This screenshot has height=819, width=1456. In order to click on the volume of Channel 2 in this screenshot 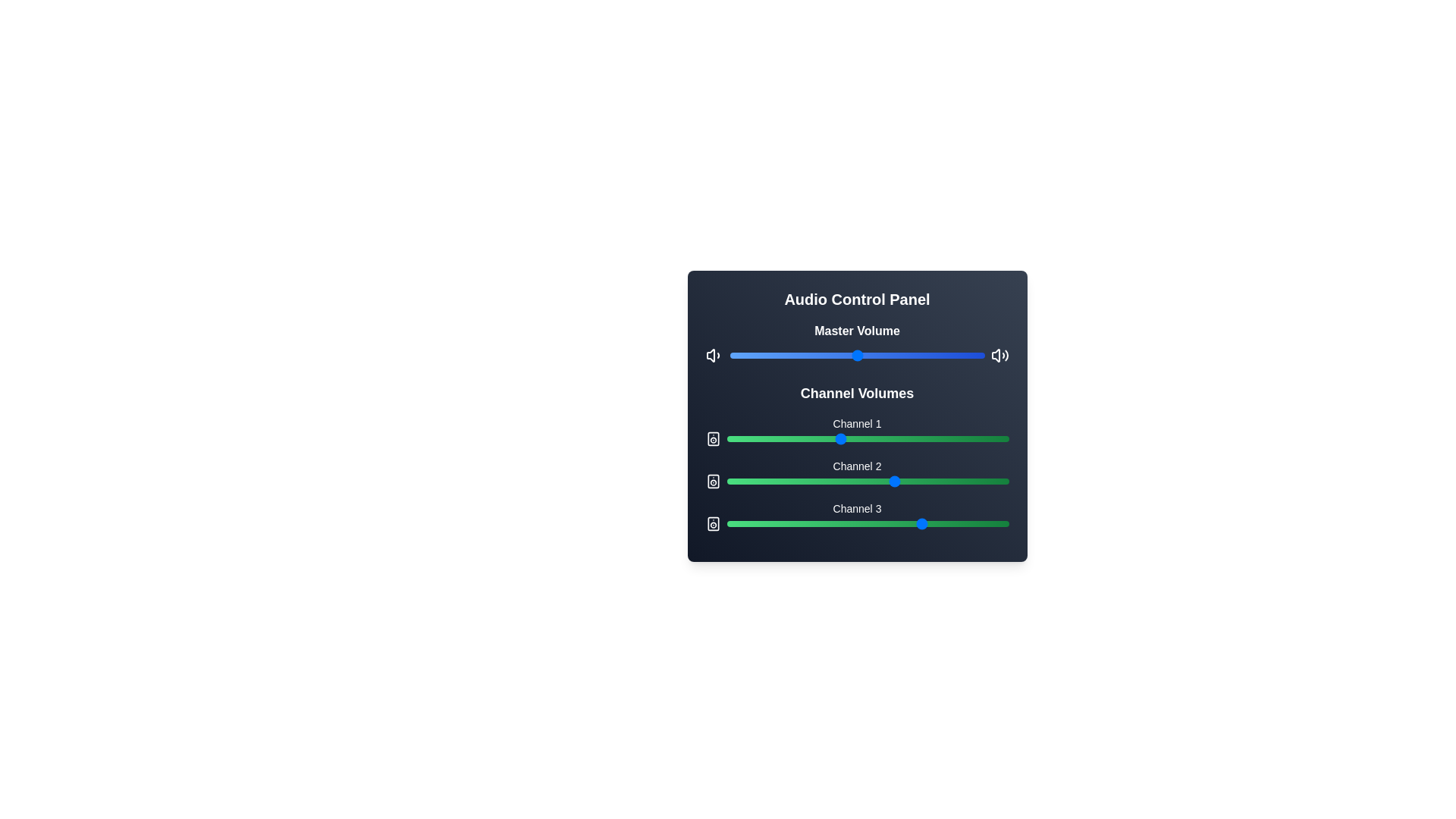, I will do `click(851, 482)`.